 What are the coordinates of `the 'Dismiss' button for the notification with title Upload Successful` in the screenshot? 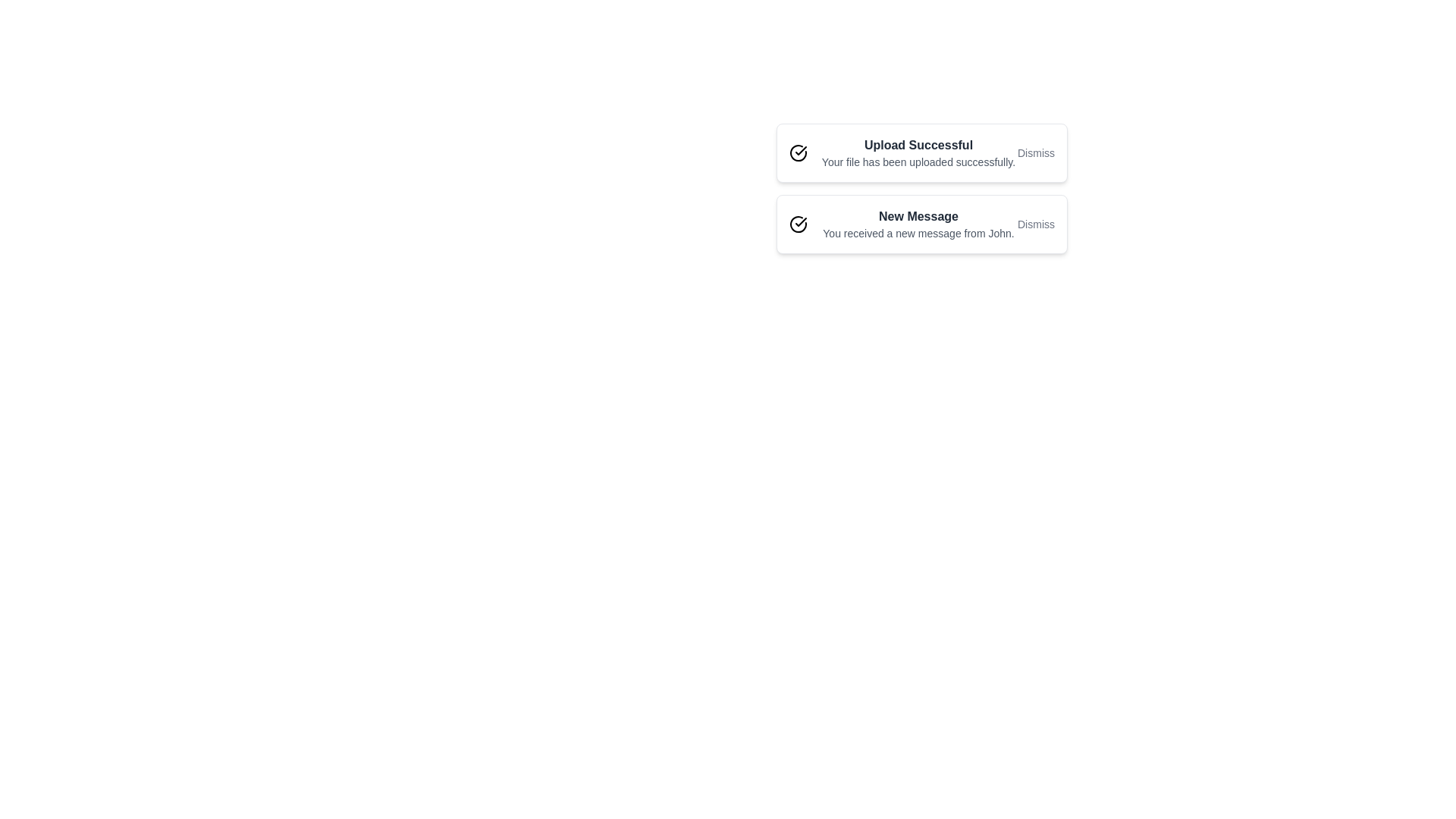 It's located at (1035, 152).